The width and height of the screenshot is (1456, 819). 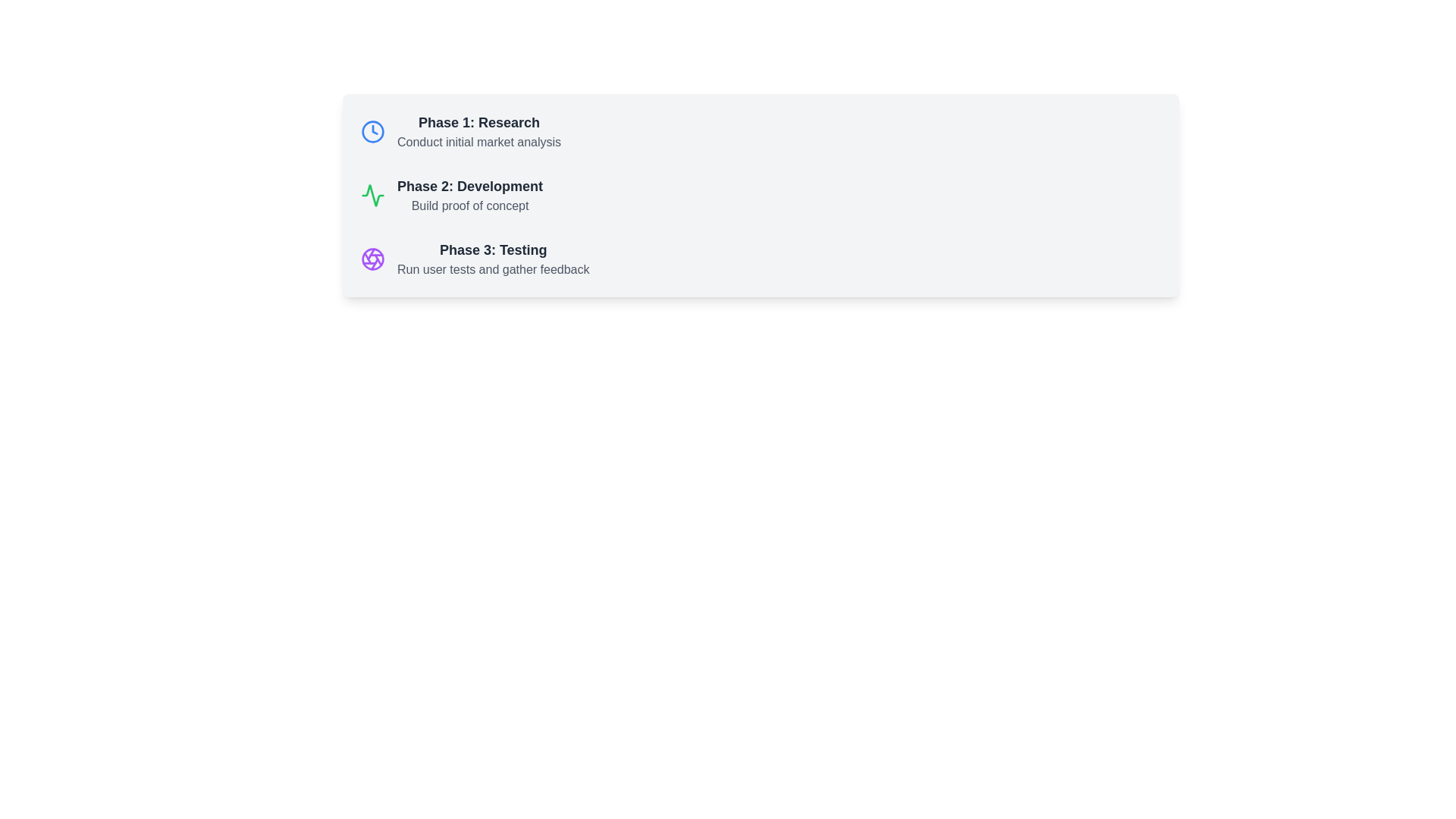 What do you see at coordinates (372, 259) in the screenshot?
I see `the icon representing 'Phase 3: Testing', which is positioned to the left of the text content and serves as a visual cue for the associated content` at bounding box center [372, 259].